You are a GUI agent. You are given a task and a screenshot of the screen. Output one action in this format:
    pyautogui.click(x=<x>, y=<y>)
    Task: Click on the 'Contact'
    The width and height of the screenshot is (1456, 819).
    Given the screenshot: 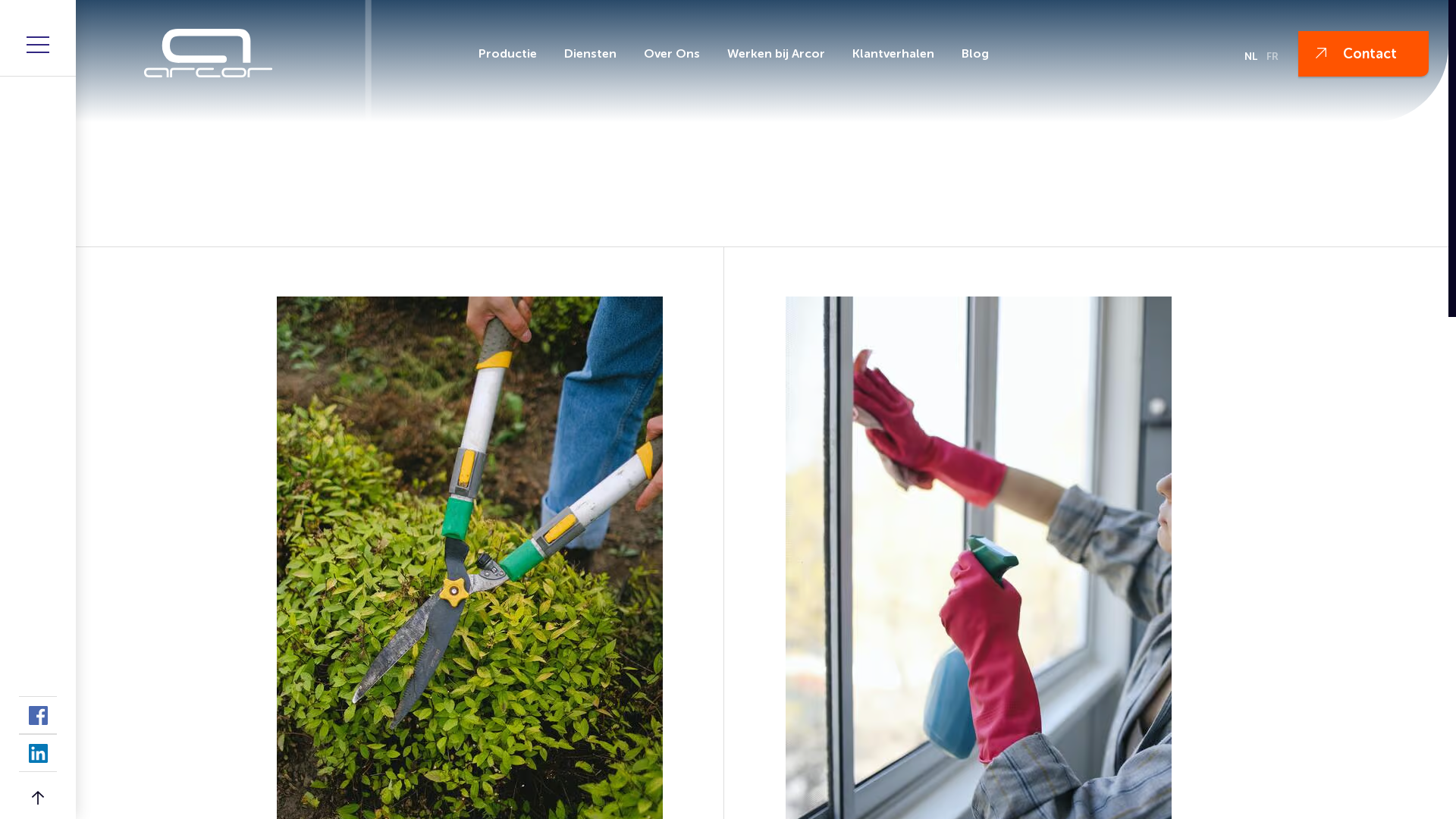 What is the action you would take?
    pyautogui.click(x=1363, y=52)
    